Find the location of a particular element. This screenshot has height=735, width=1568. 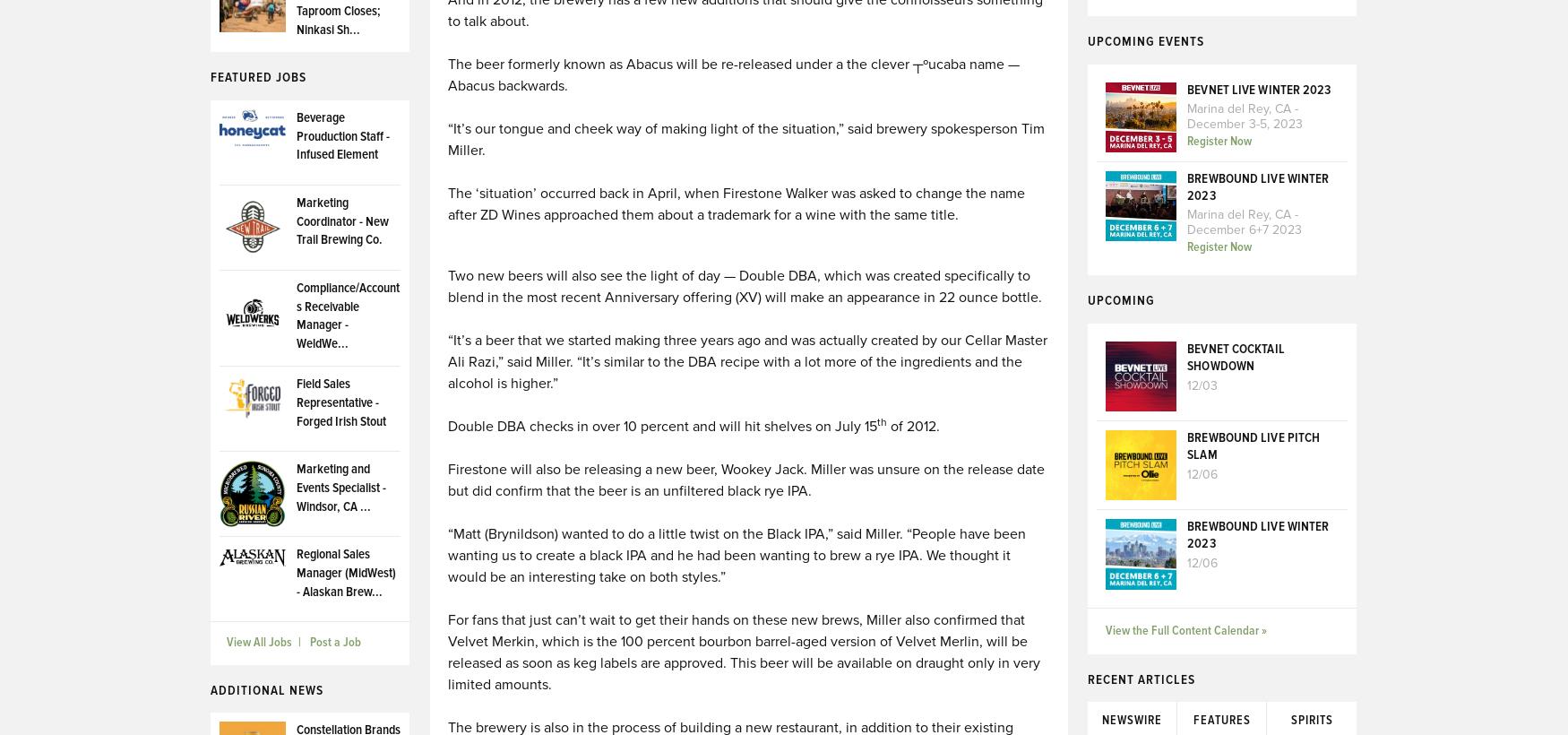

'View All Jobs' is located at coordinates (257, 643).